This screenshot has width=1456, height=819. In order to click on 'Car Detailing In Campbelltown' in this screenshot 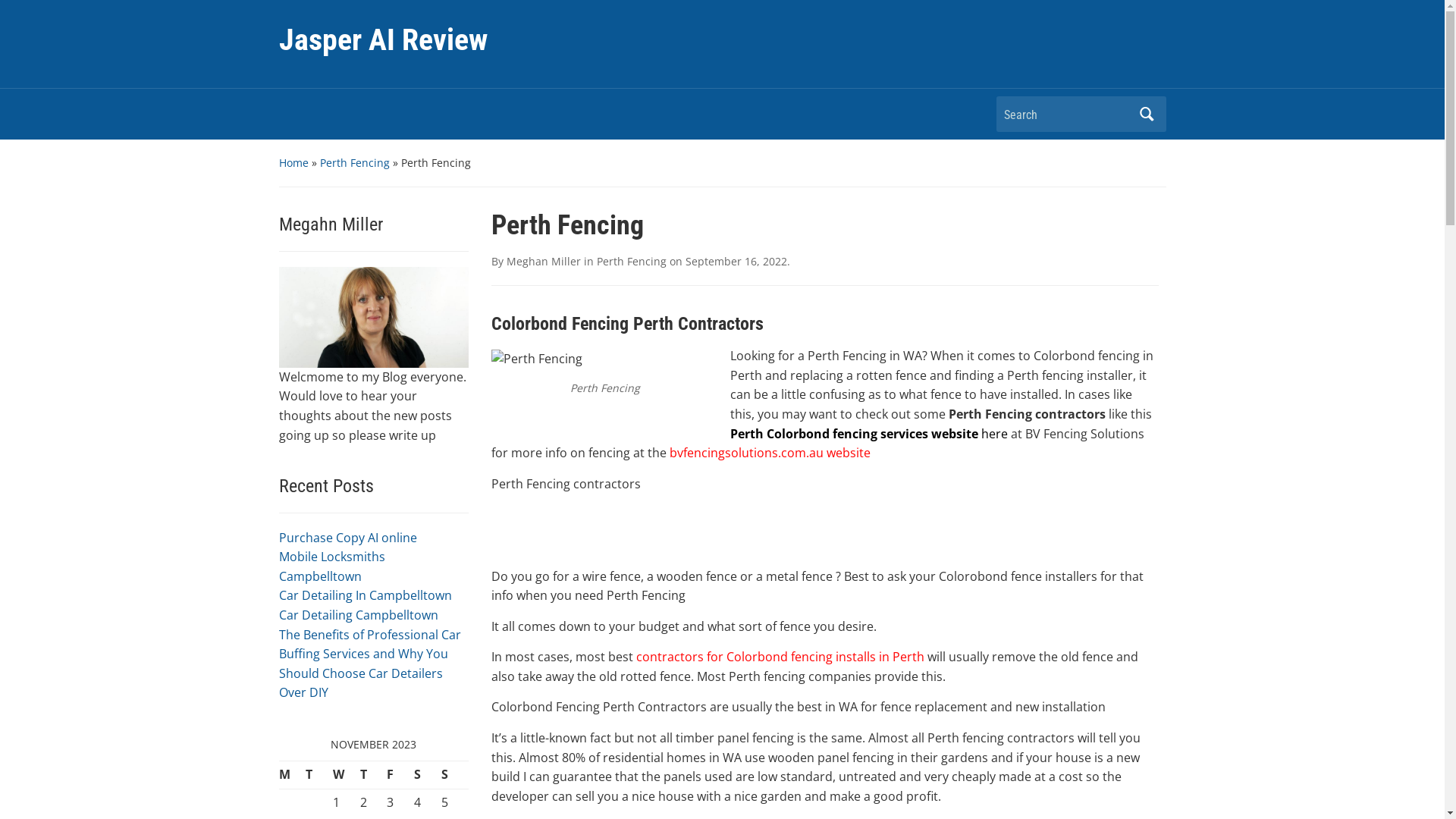, I will do `click(365, 595)`.